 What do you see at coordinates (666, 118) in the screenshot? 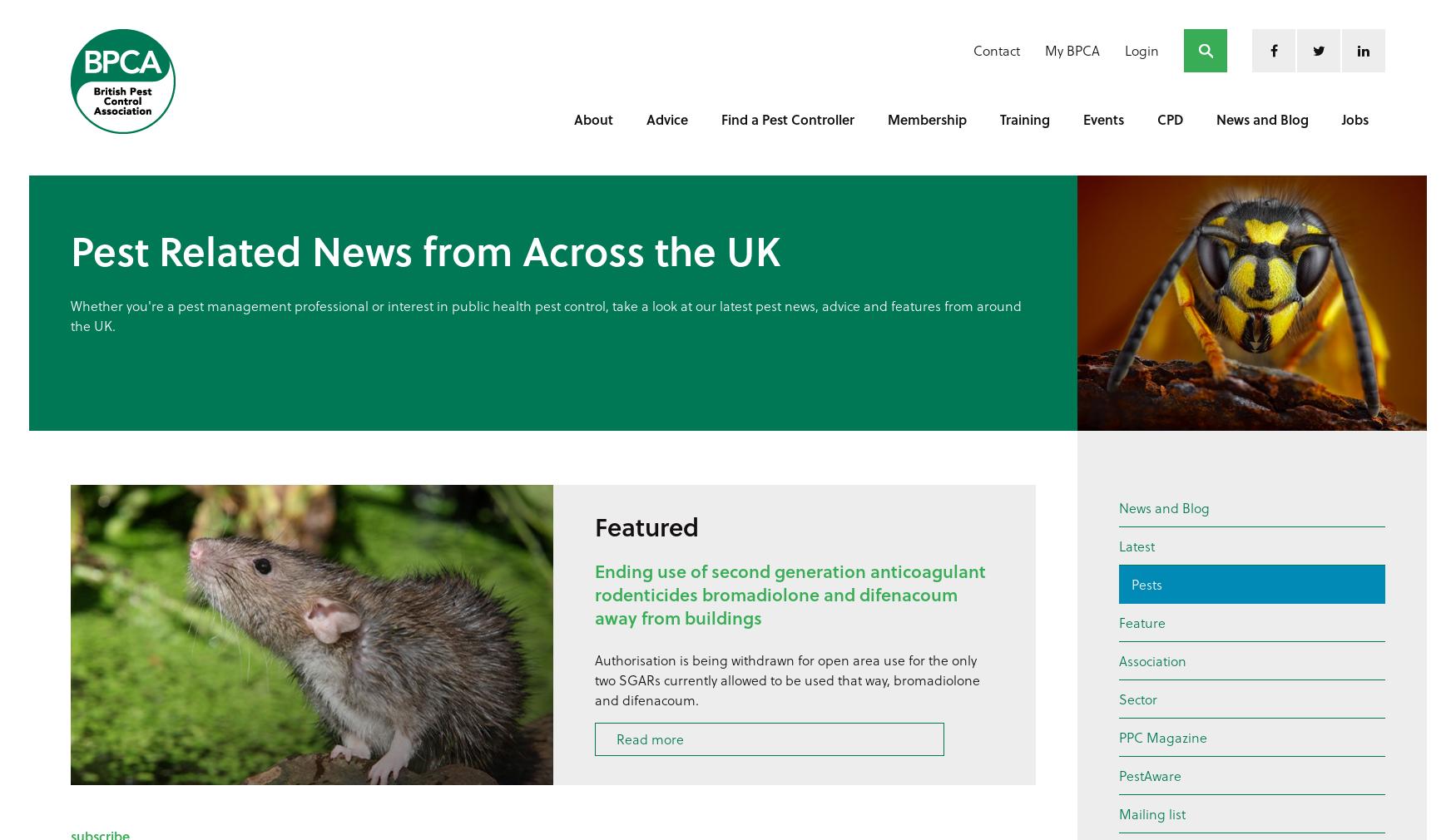
I see `'Advice'` at bounding box center [666, 118].